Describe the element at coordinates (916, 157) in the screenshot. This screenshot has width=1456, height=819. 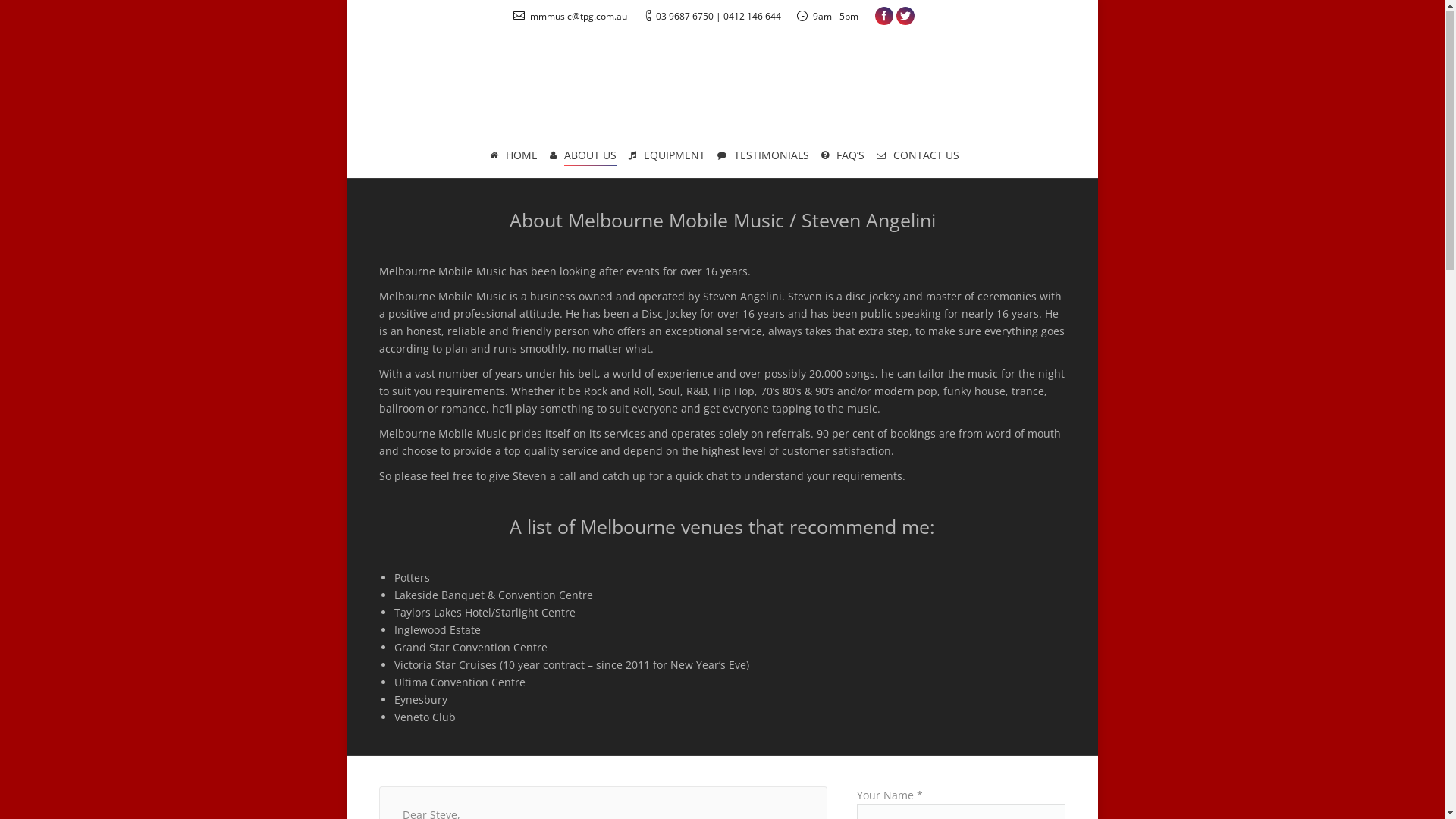
I see `'CONTACT US'` at that location.